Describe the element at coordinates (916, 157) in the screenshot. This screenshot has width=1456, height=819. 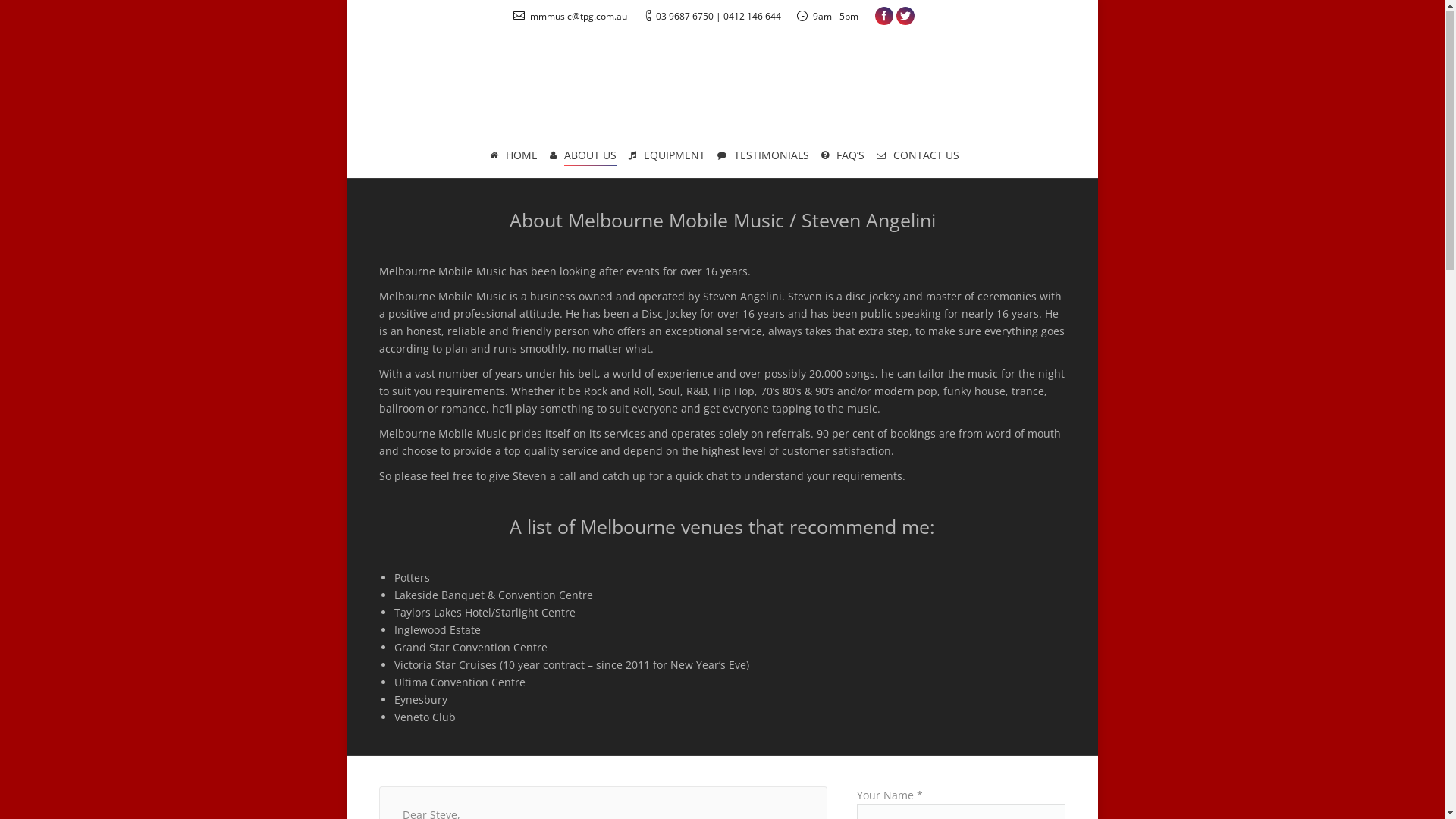
I see `'CONTACT US'` at that location.